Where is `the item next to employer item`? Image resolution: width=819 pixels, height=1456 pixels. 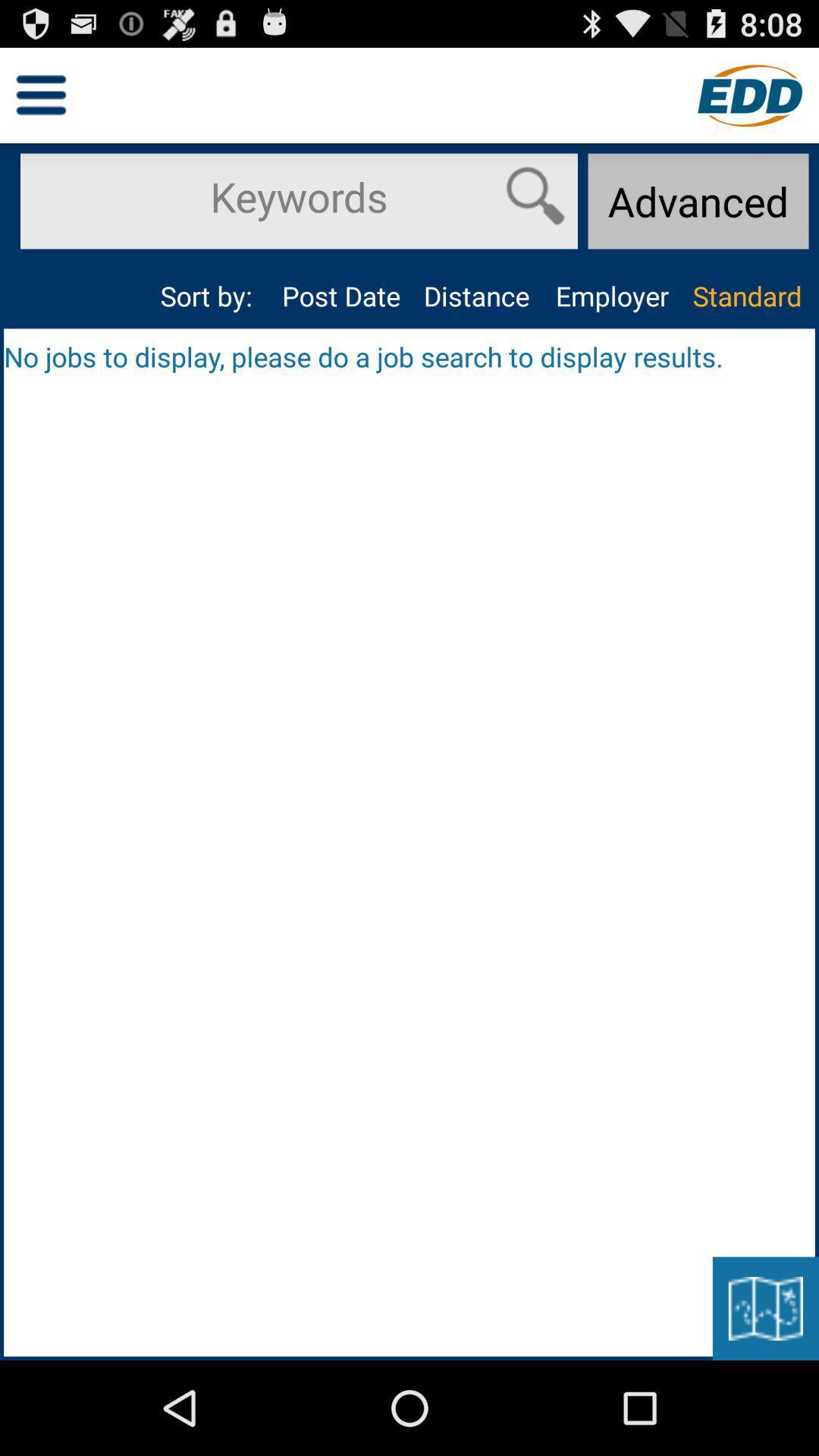 the item next to employer item is located at coordinates (475, 296).